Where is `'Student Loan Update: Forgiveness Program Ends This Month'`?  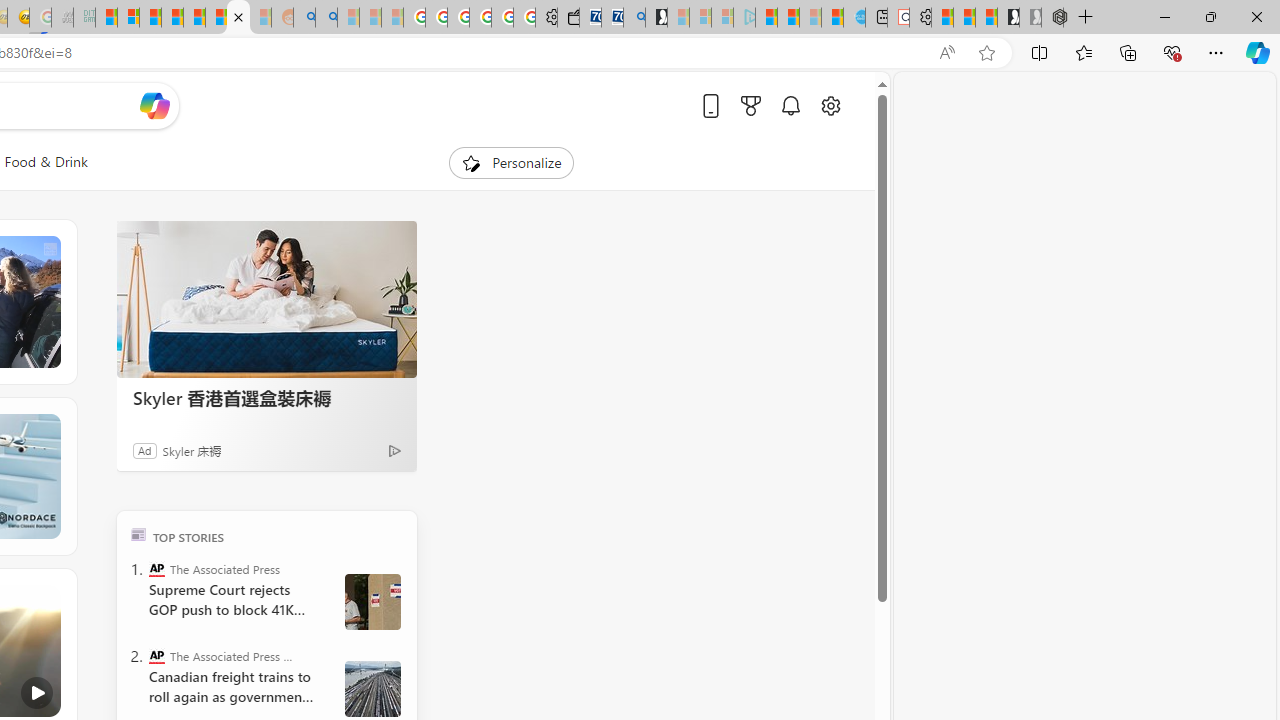
'Student Loan Update: Forgiveness Program Ends This Month' is located at coordinates (172, 17).